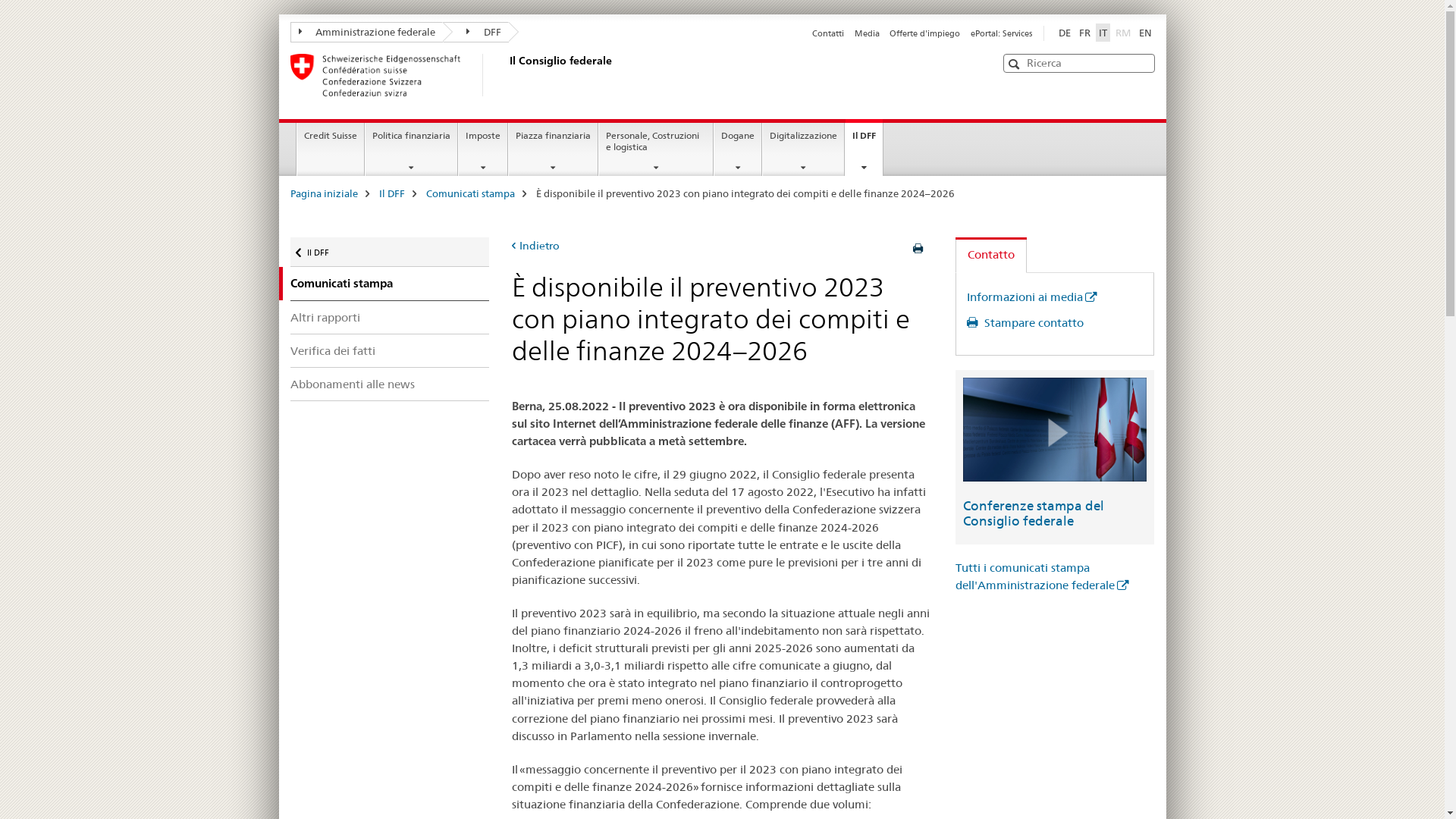 The image size is (1456, 819). What do you see at coordinates (506, 75) in the screenshot?
I see `'Il Consiglio federale'` at bounding box center [506, 75].